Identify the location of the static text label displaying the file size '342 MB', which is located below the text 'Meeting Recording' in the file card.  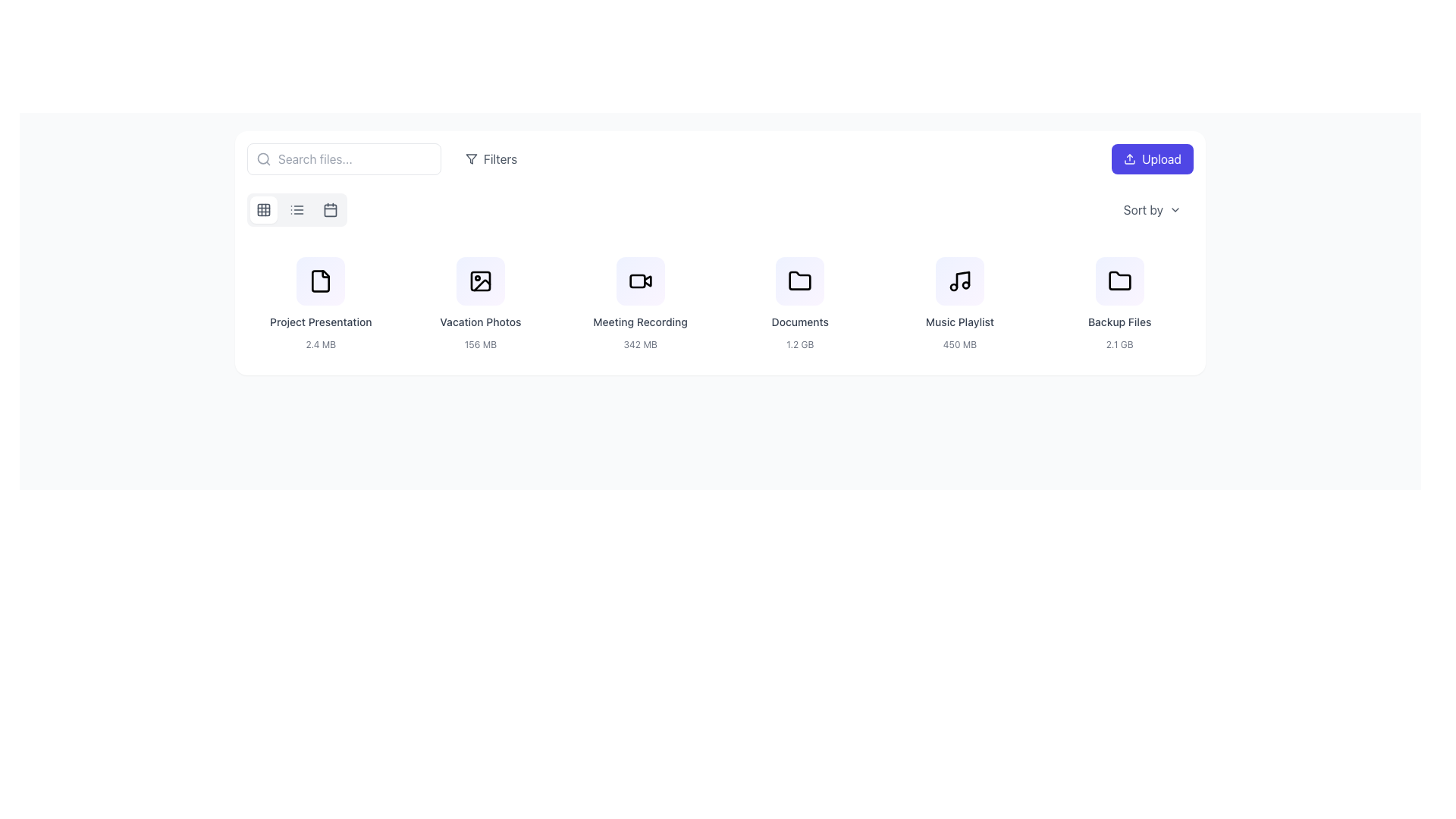
(640, 345).